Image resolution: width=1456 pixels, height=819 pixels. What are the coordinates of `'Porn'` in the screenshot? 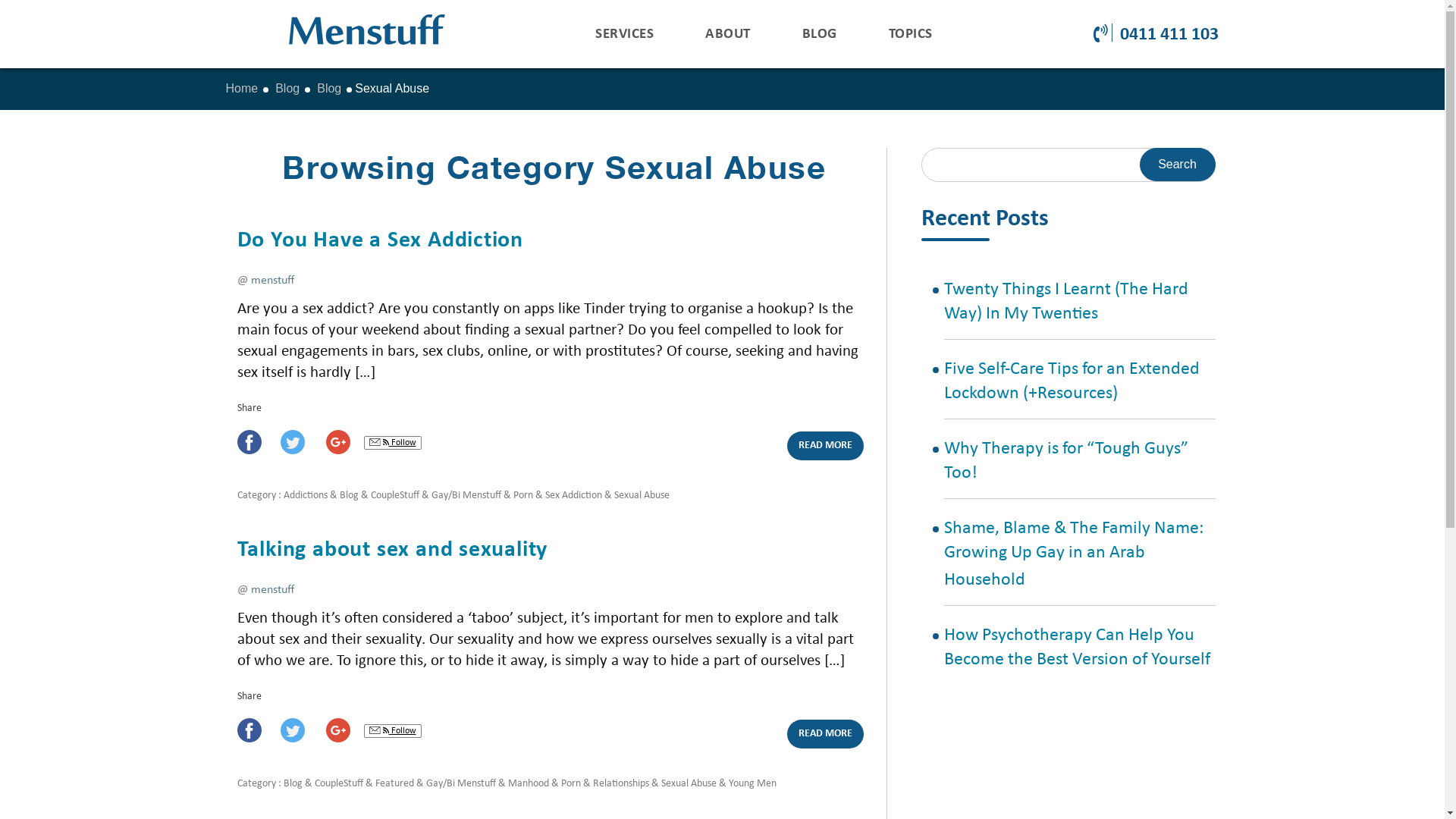 It's located at (522, 495).